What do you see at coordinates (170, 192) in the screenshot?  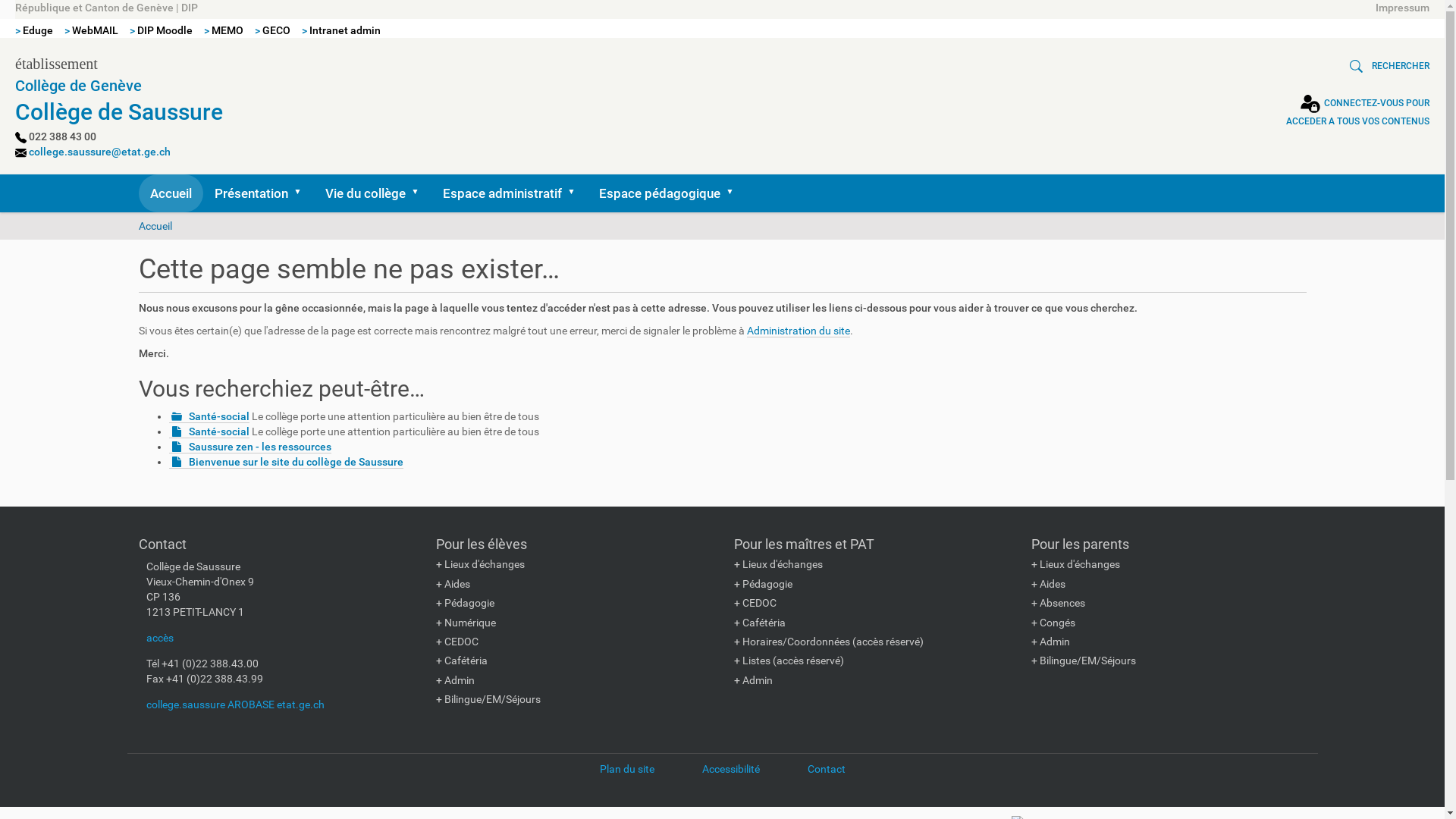 I see `'Accueil'` at bounding box center [170, 192].